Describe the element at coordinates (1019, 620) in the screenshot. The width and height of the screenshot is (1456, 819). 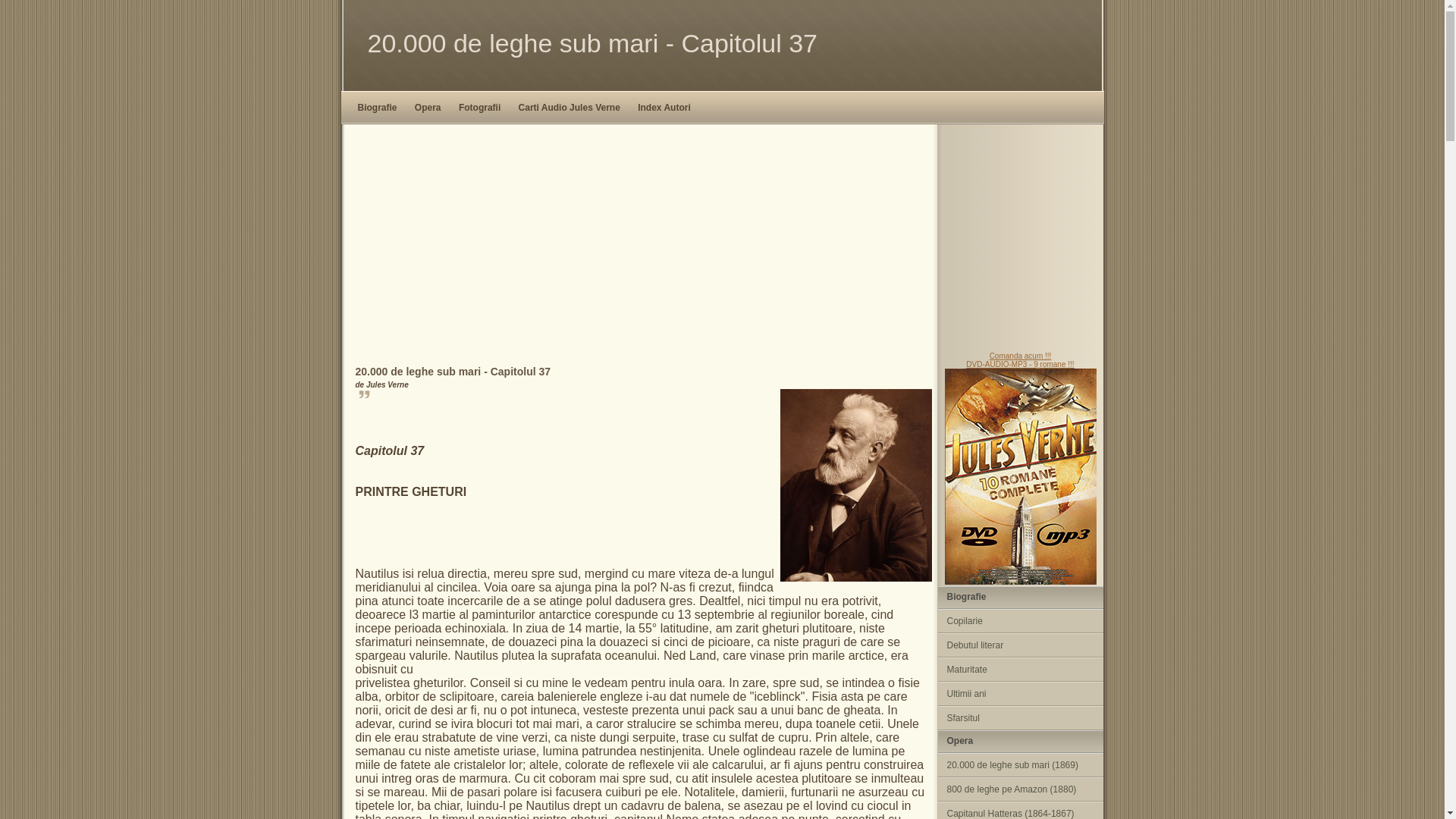
I see `'Copilarie'` at that location.